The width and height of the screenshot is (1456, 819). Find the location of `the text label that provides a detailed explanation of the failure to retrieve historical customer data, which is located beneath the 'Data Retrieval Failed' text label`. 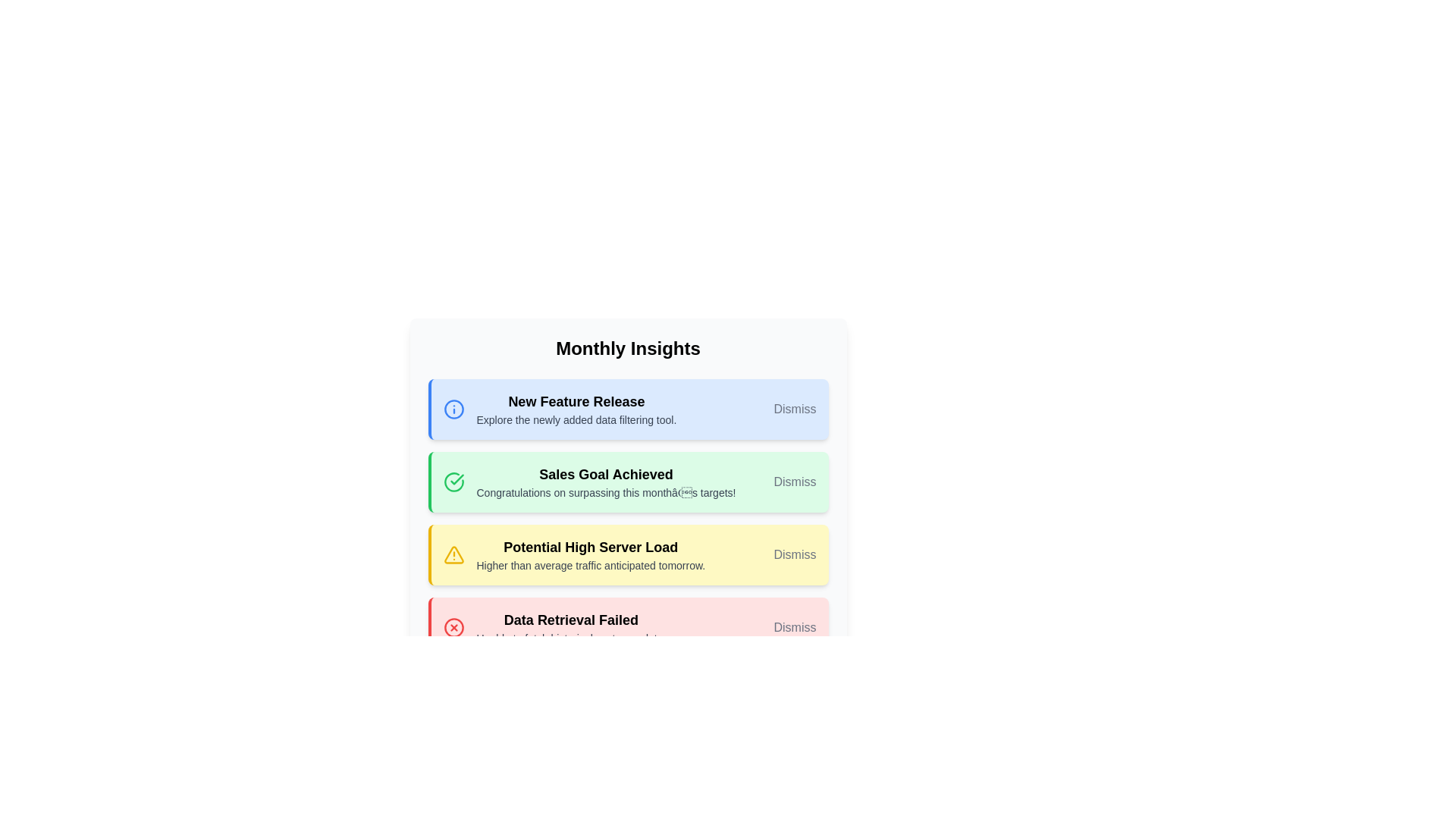

the text label that provides a detailed explanation of the failure to retrieve historical customer data, which is located beneath the 'Data Retrieval Failed' text label is located at coordinates (570, 638).